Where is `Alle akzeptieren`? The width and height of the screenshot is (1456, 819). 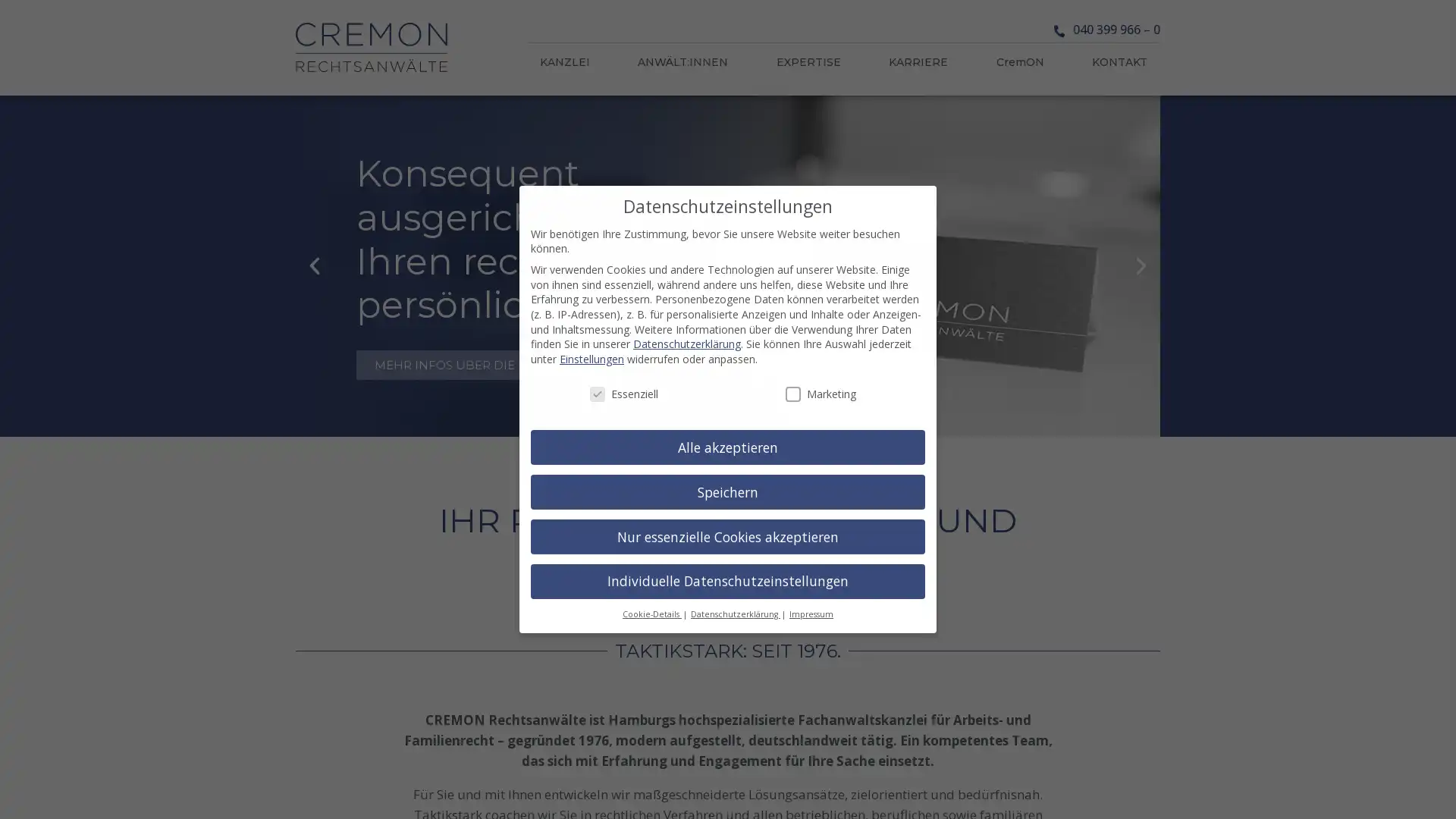
Alle akzeptieren is located at coordinates (728, 447).